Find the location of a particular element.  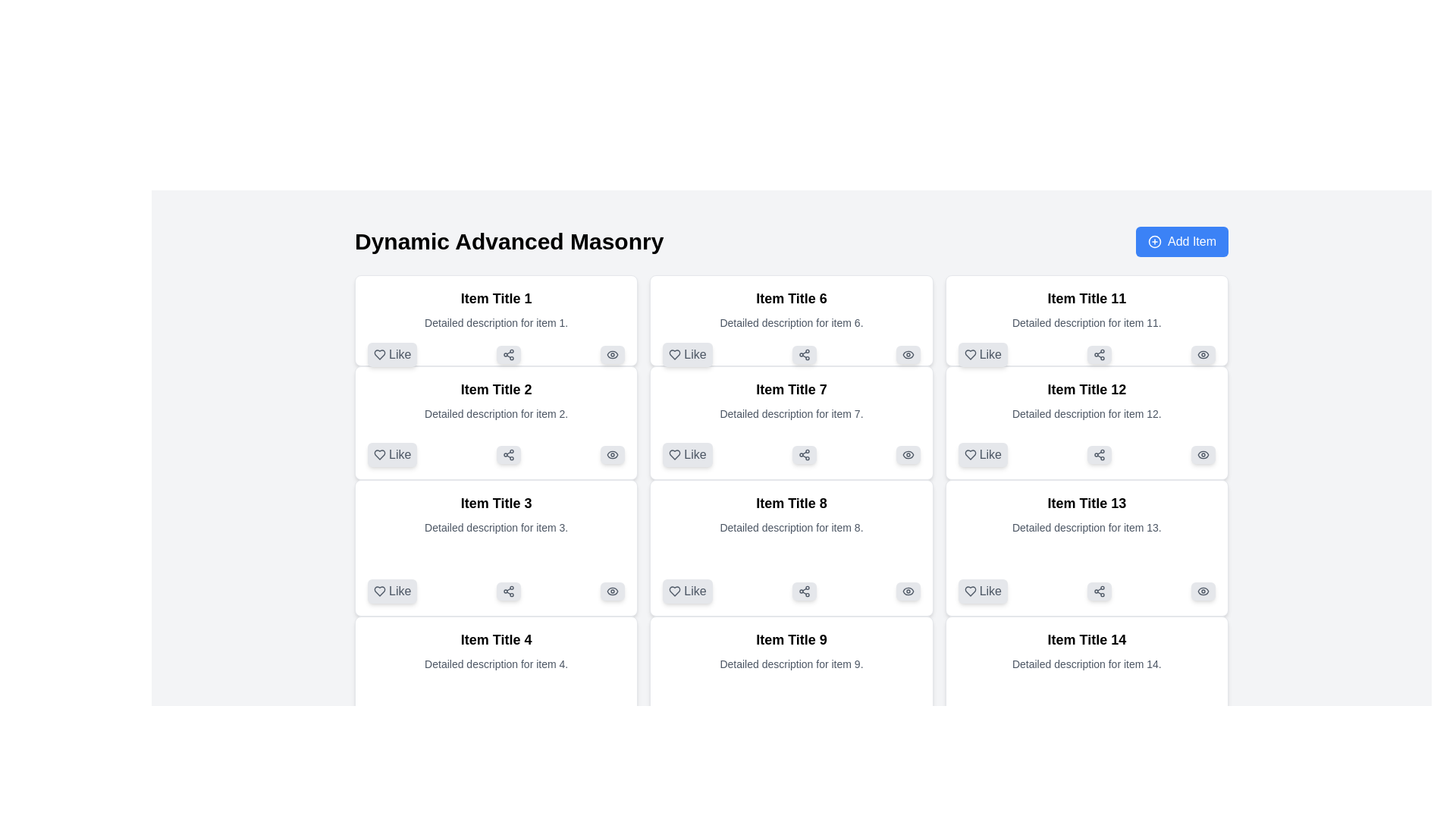

the text label providing additional information for item 12, located beneath 'Item Title 12' and above the interactive buttons is located at coordinates (1086, 414).